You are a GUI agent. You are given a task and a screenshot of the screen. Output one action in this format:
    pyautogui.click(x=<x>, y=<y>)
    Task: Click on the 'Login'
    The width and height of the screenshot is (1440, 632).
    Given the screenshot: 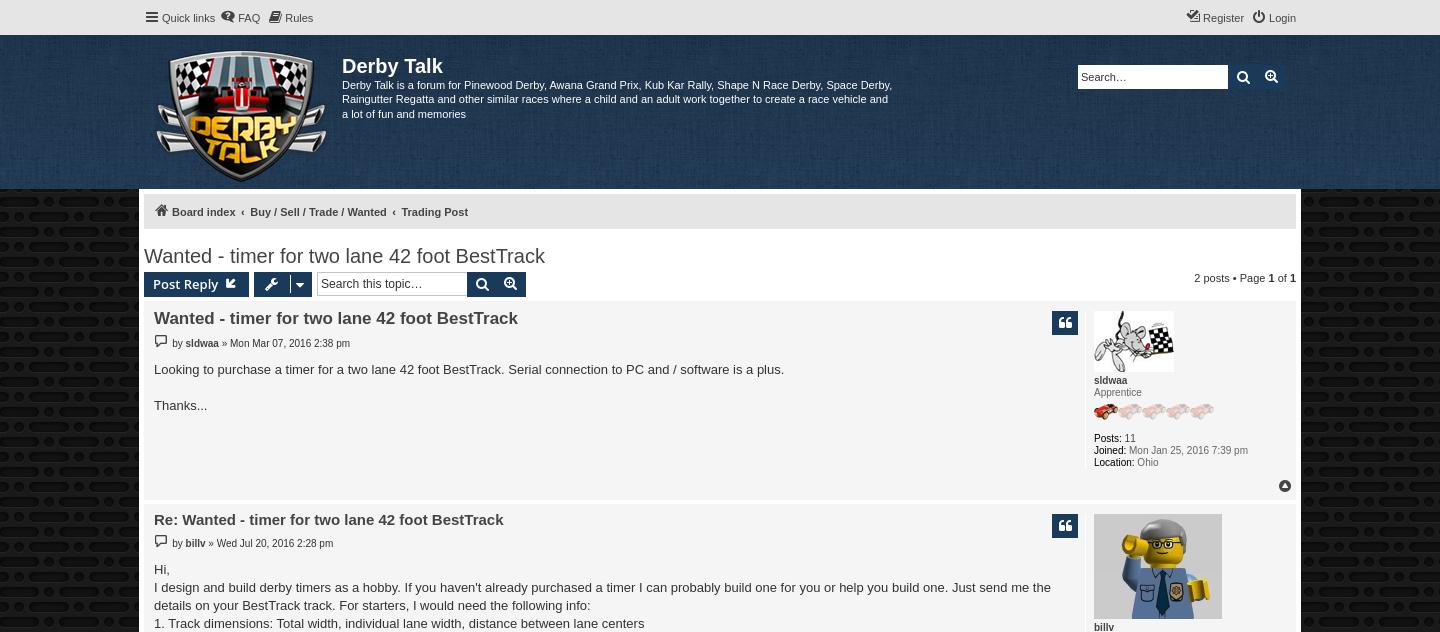 What is the action you would take?
    pyautogui.click(x=1282, y=18)
    